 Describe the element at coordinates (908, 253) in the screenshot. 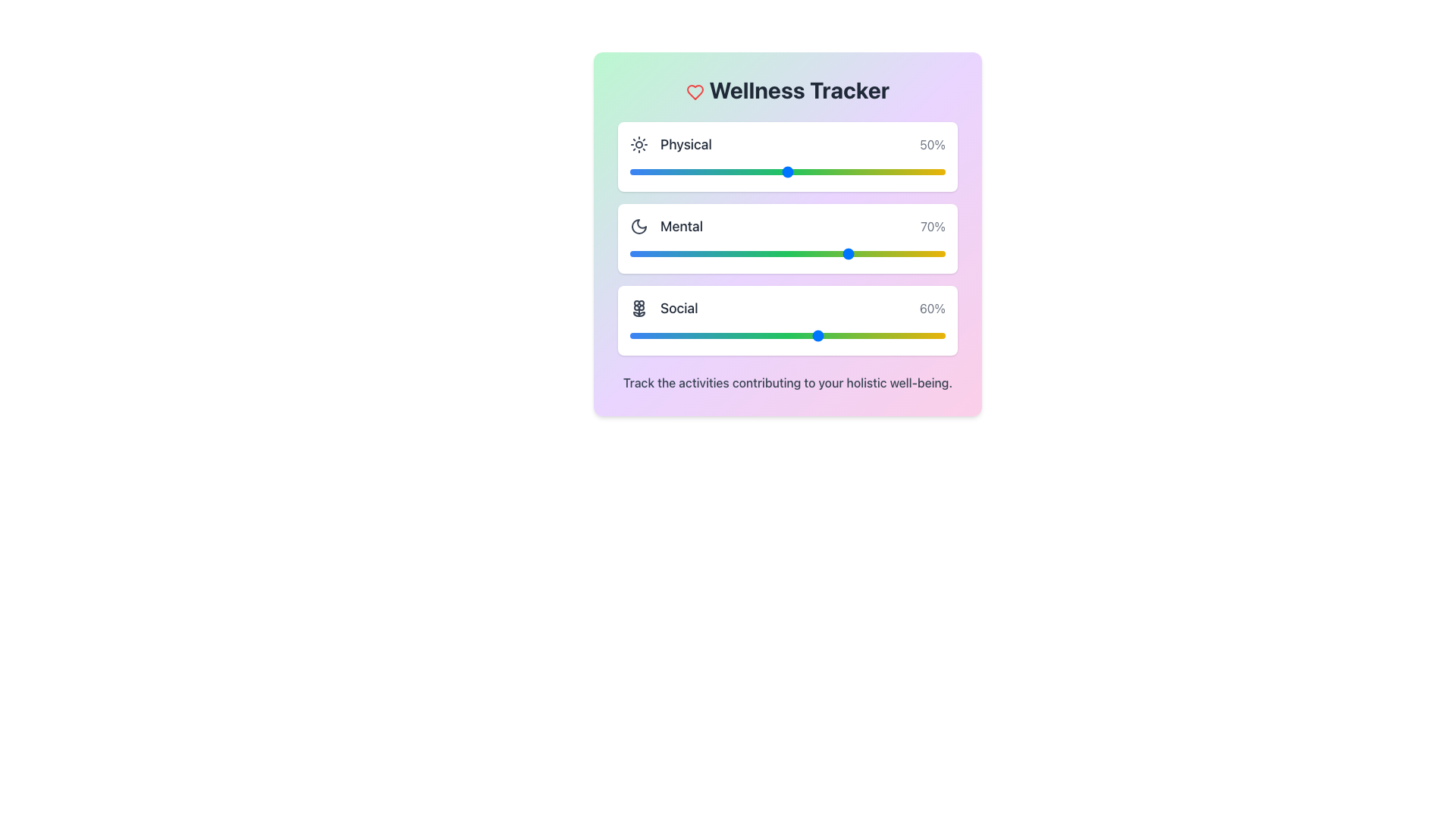

I see `the slider` at that location.